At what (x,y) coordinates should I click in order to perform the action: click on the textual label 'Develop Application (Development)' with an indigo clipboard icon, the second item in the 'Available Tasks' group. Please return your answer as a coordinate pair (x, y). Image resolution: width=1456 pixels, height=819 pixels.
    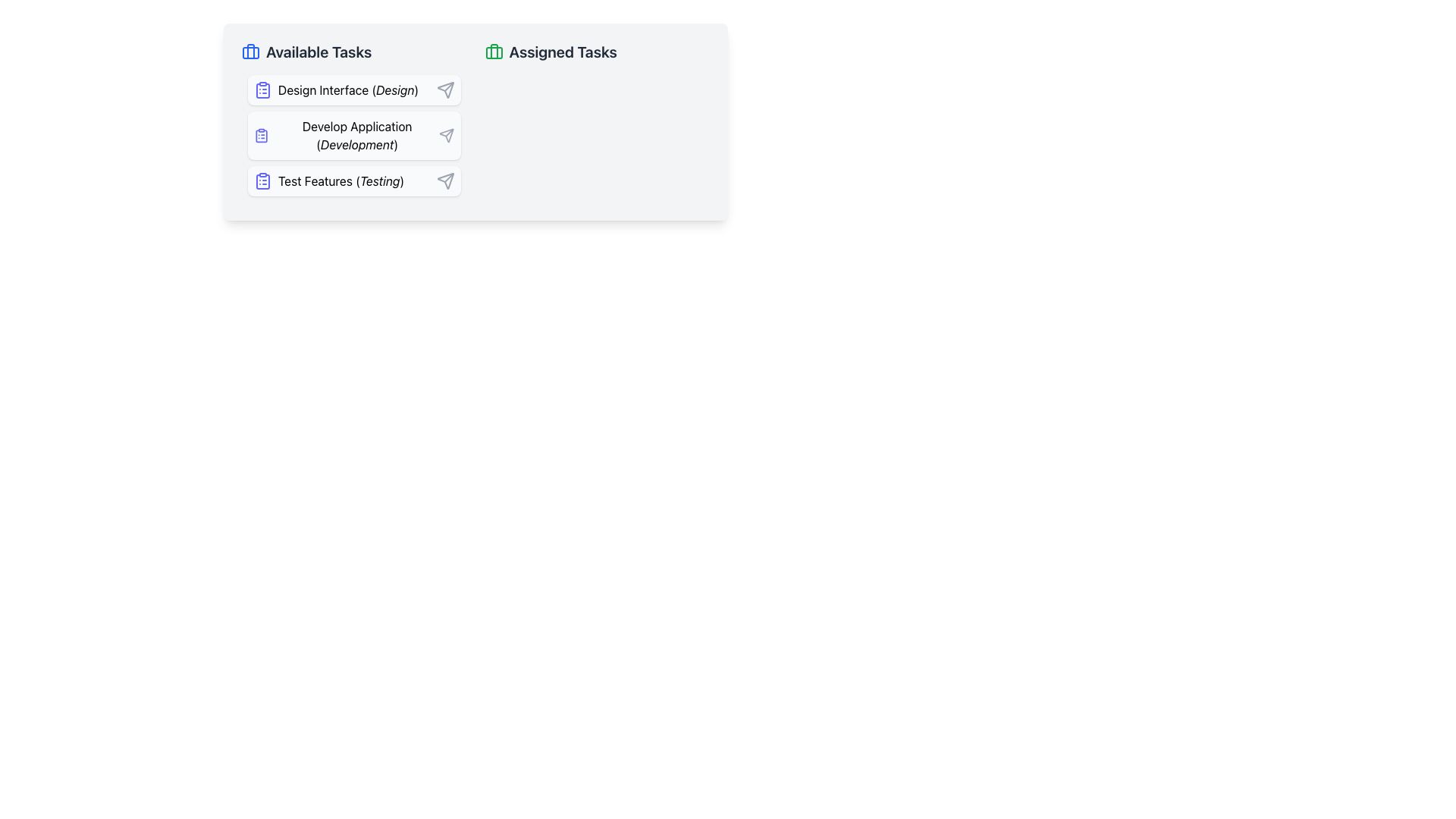
    Looking at the image, I should click on (346, 134).